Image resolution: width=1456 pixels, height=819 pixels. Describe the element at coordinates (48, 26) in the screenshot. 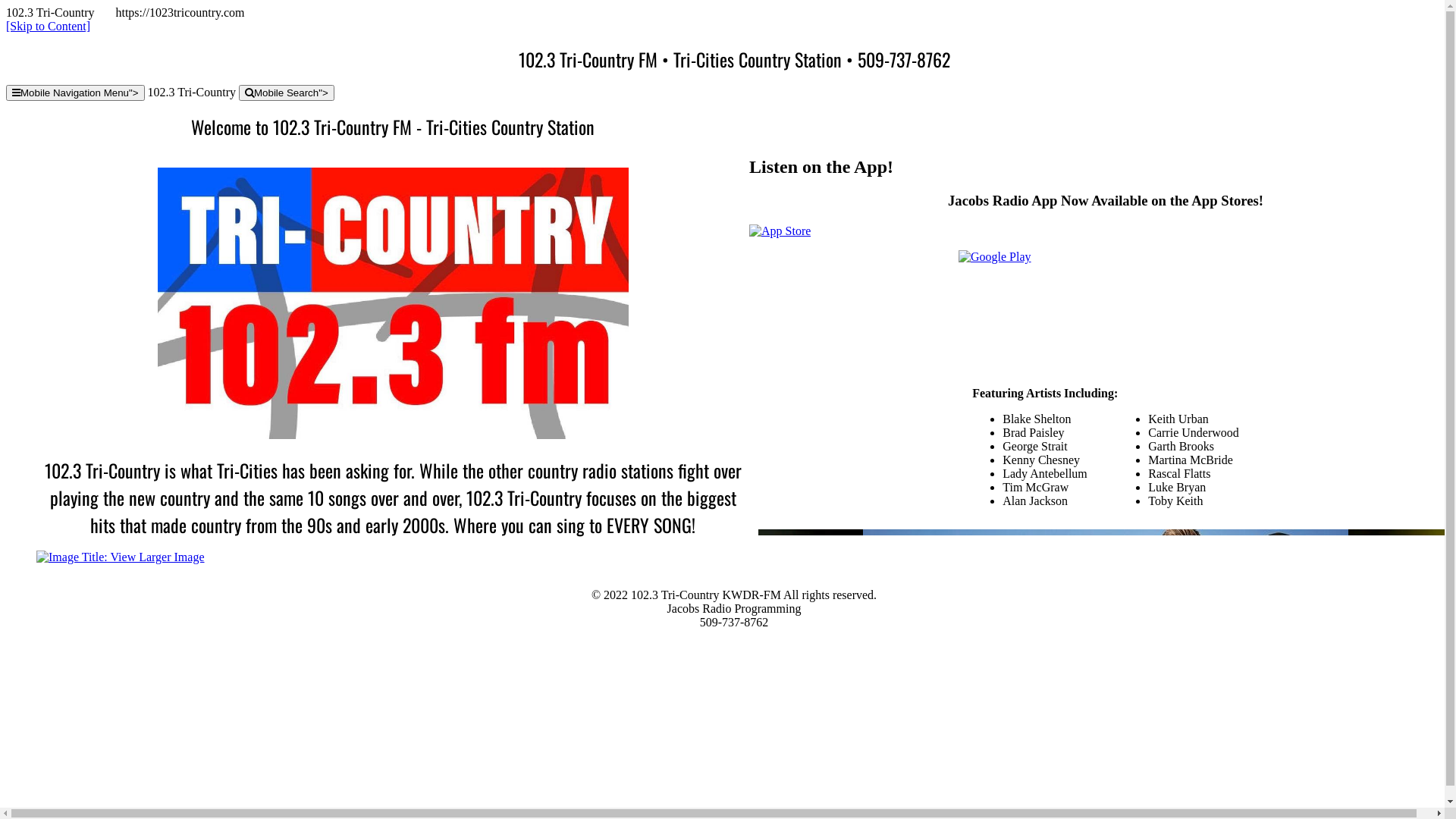

I see `'[Skip to Content]'` at that location.